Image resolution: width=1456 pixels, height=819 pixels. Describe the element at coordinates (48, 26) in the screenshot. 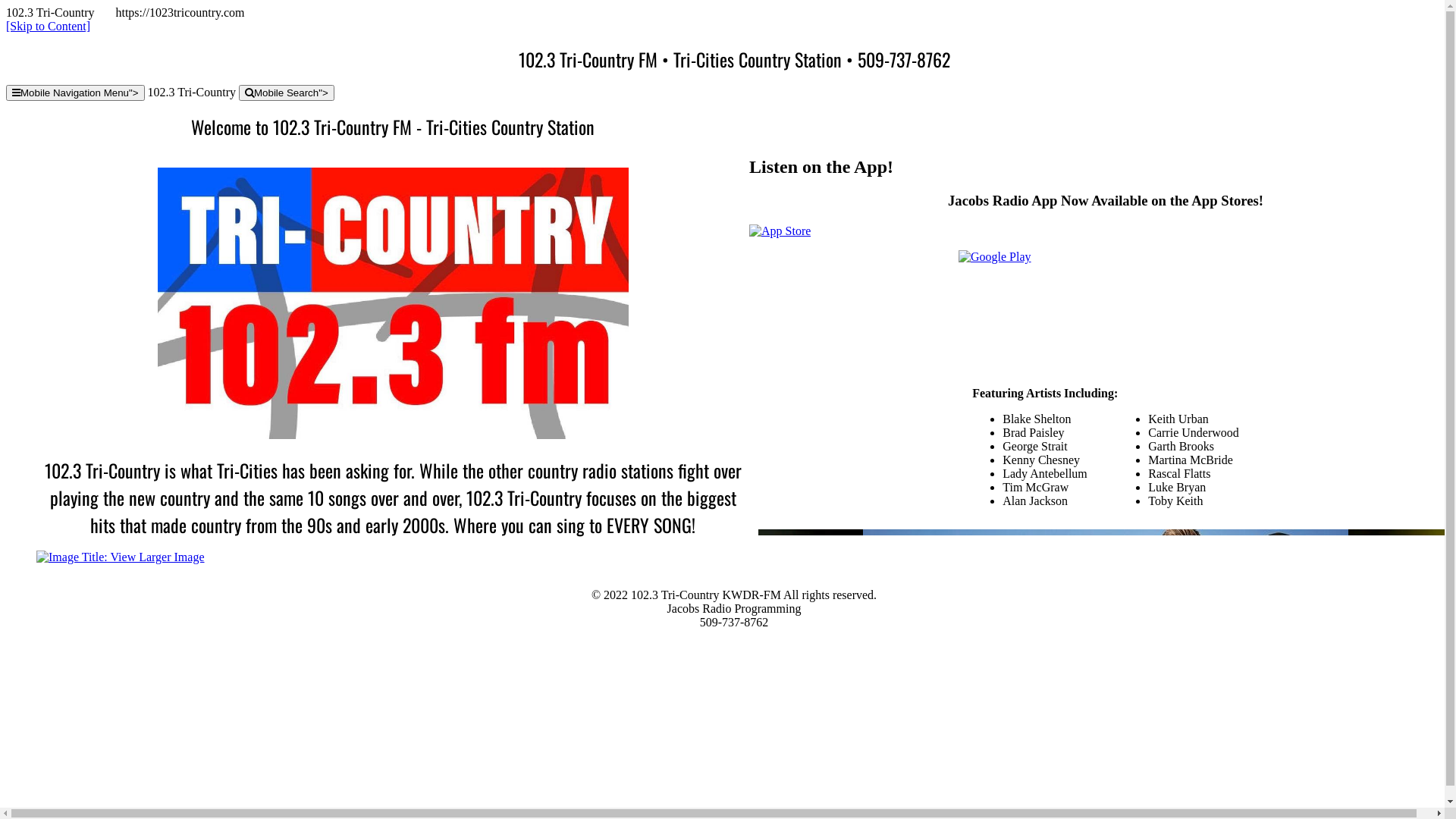

I see `'[Skip to Content]'` at that location.